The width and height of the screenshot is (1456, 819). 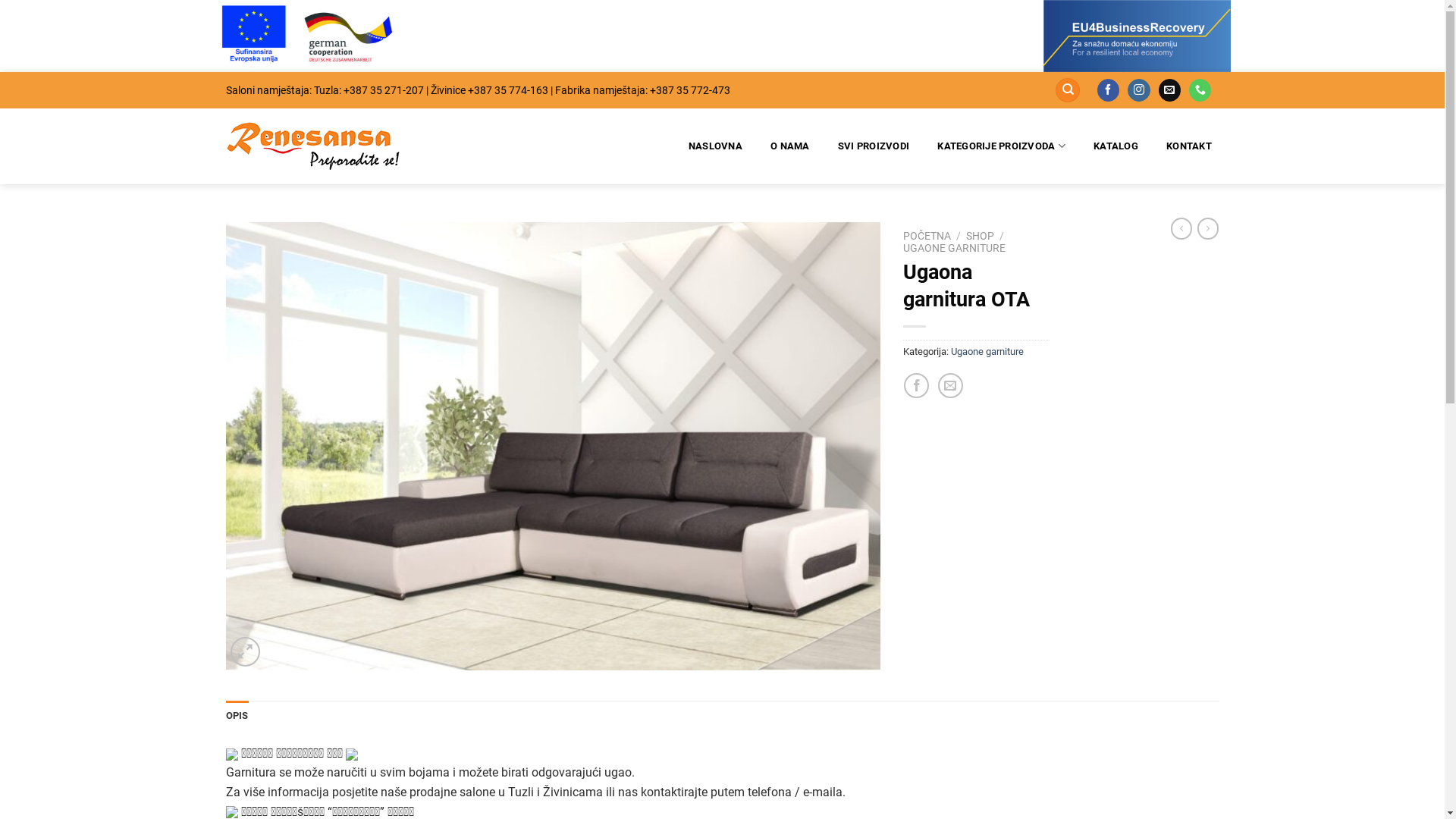 I want to click on '+387 35 772-473', so click(x=648, y=90).